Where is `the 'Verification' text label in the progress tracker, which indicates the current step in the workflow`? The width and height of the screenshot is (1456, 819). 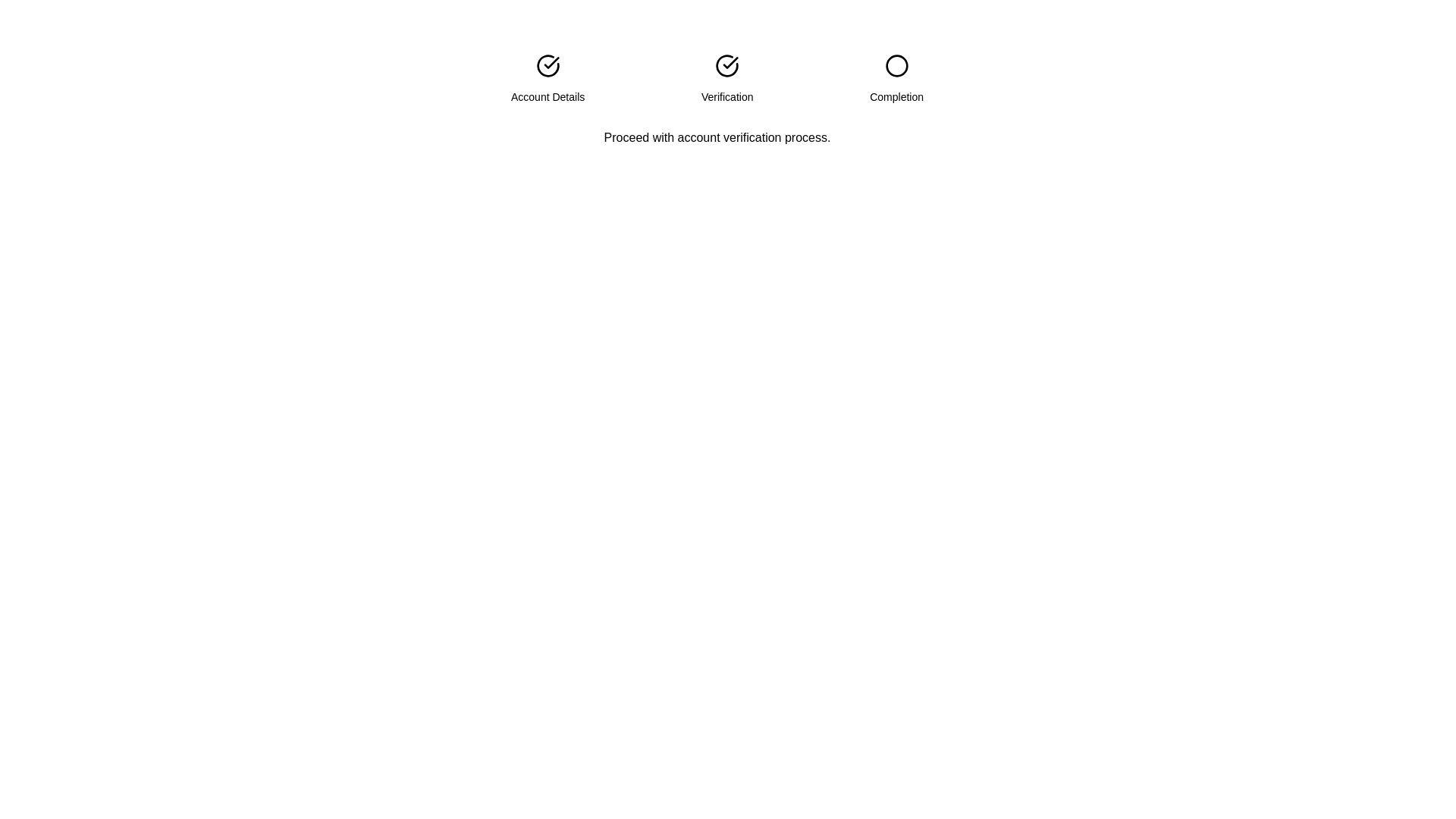
the 'Verification' text label in the progress tracker, which indicates the current step in the workflow is located at coordinates (726, 96).